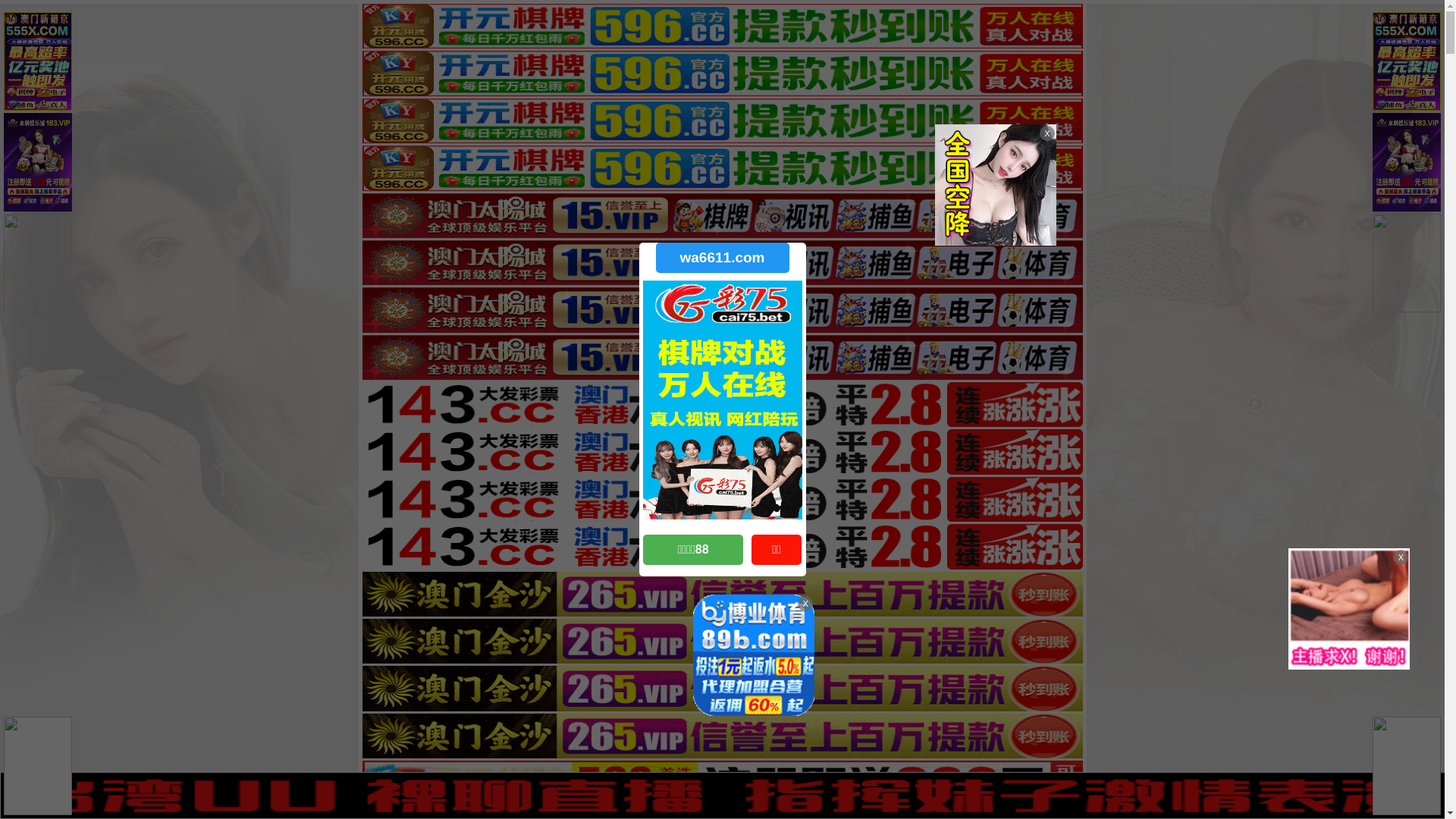 This screenshot has width=1456, height=819. What do you see at coordinates (655, 256) in the screenshot?
I see `'wa6611.com'` at bounding box center [655, 256].